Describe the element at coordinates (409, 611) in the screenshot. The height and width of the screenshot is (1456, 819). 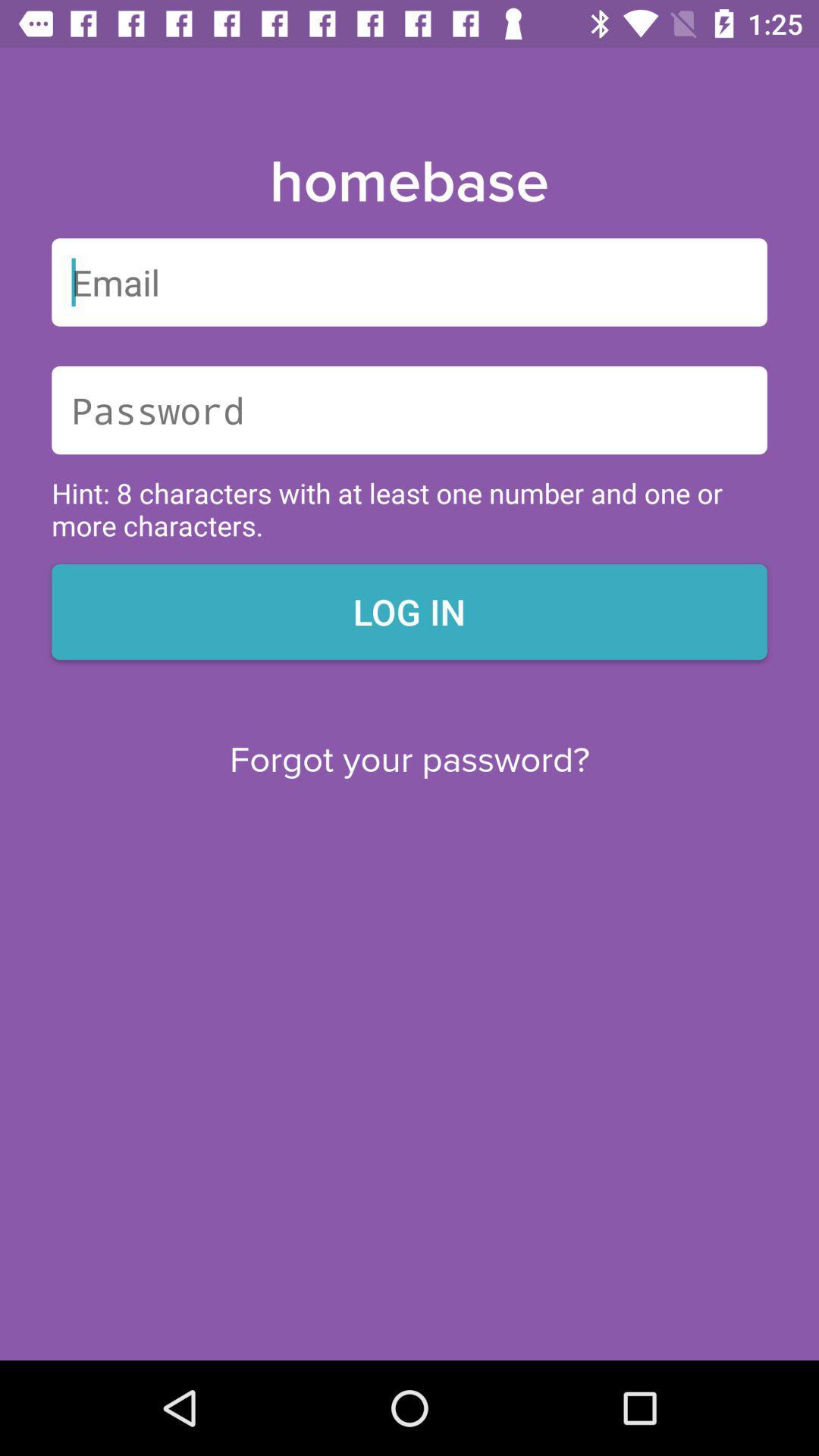
I see `icon above the forgot your password? icon` at that location.